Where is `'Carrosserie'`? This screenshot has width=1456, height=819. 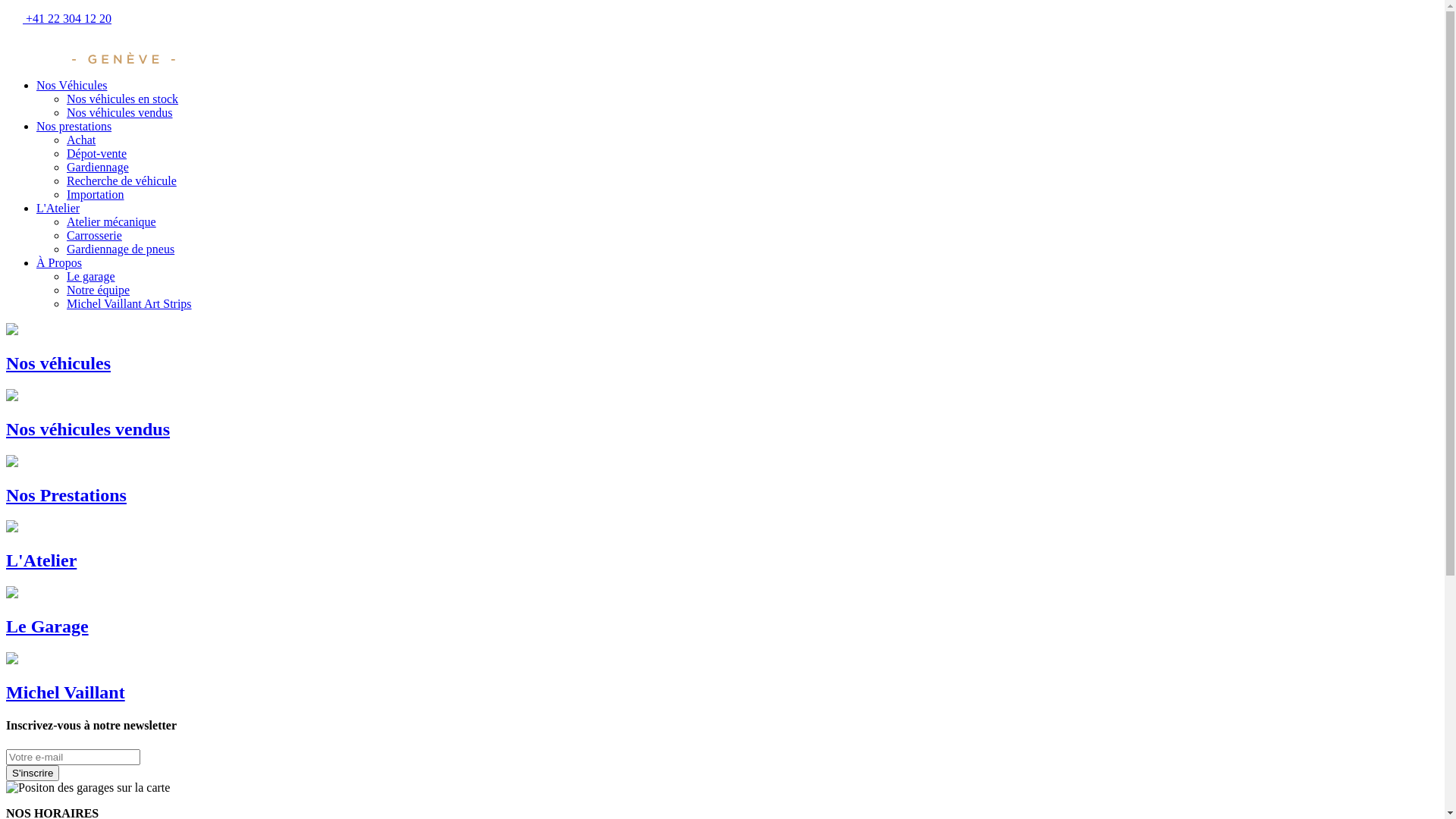
'Carrosserie' is located at coordinates (93, 235).